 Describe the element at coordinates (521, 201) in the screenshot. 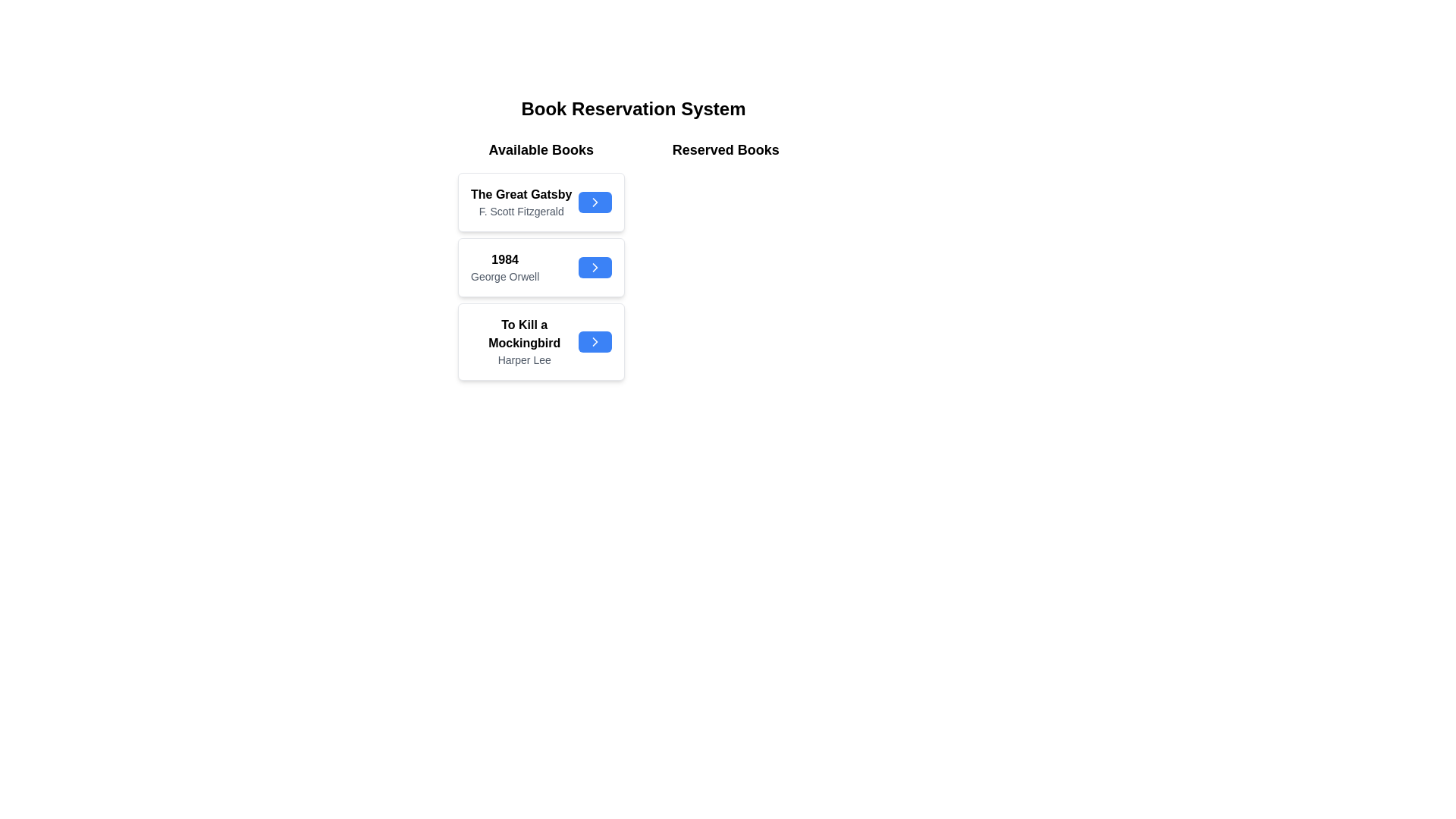

I see `text block containing 'The Great Gatsby' and 'F. Scott Fitzgerald' located at the center of the first card in the 'Available Books' section` at that location.